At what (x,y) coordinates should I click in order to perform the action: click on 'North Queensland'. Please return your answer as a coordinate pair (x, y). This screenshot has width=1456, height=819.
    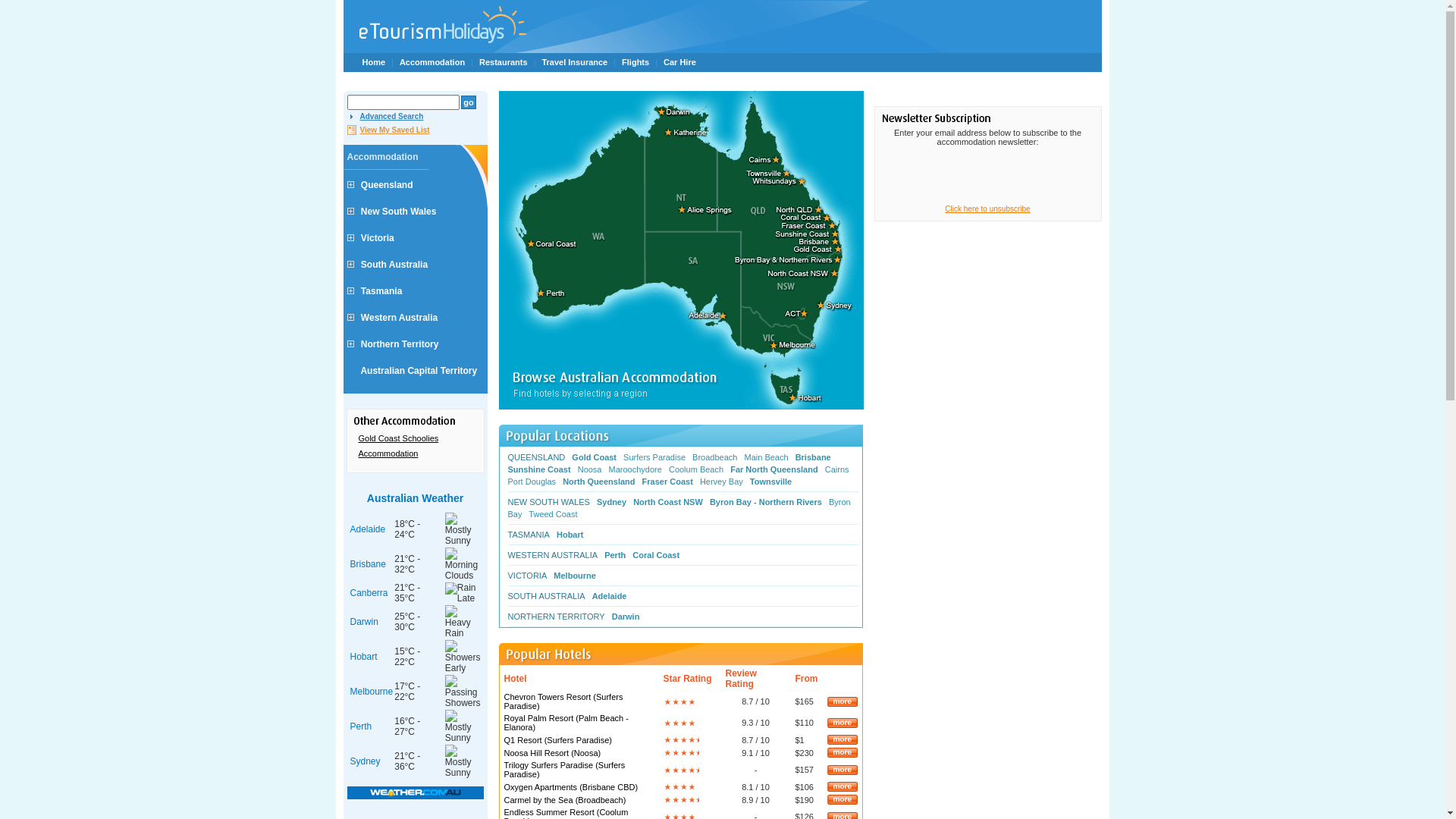
    Looking at the image, I should click on (600, 482).